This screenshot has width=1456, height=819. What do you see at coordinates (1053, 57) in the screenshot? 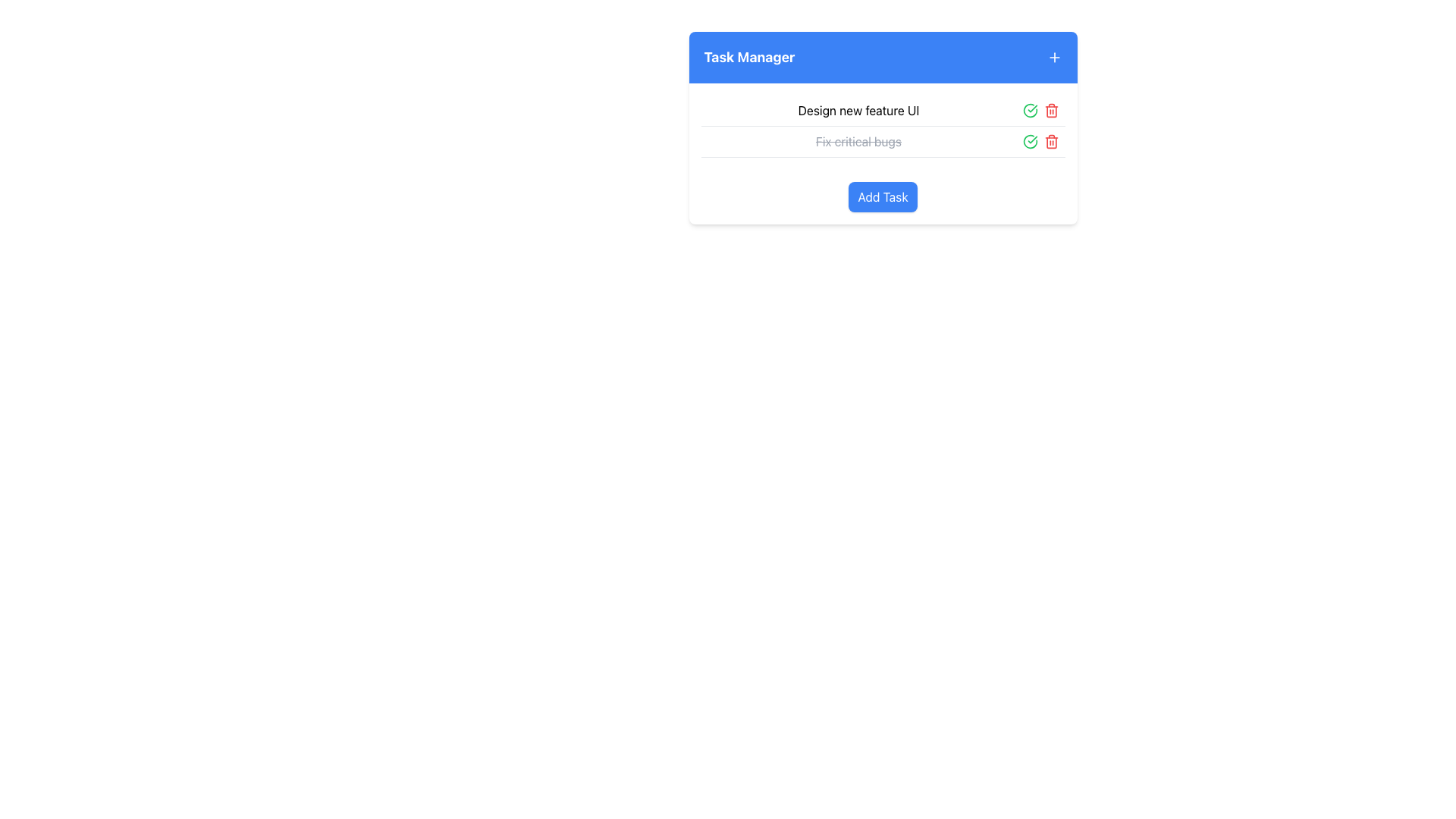
I see `the plus-shaped action button located in the top-right corner of the 'Task Manager' header` at bounding box center [1053, 57].